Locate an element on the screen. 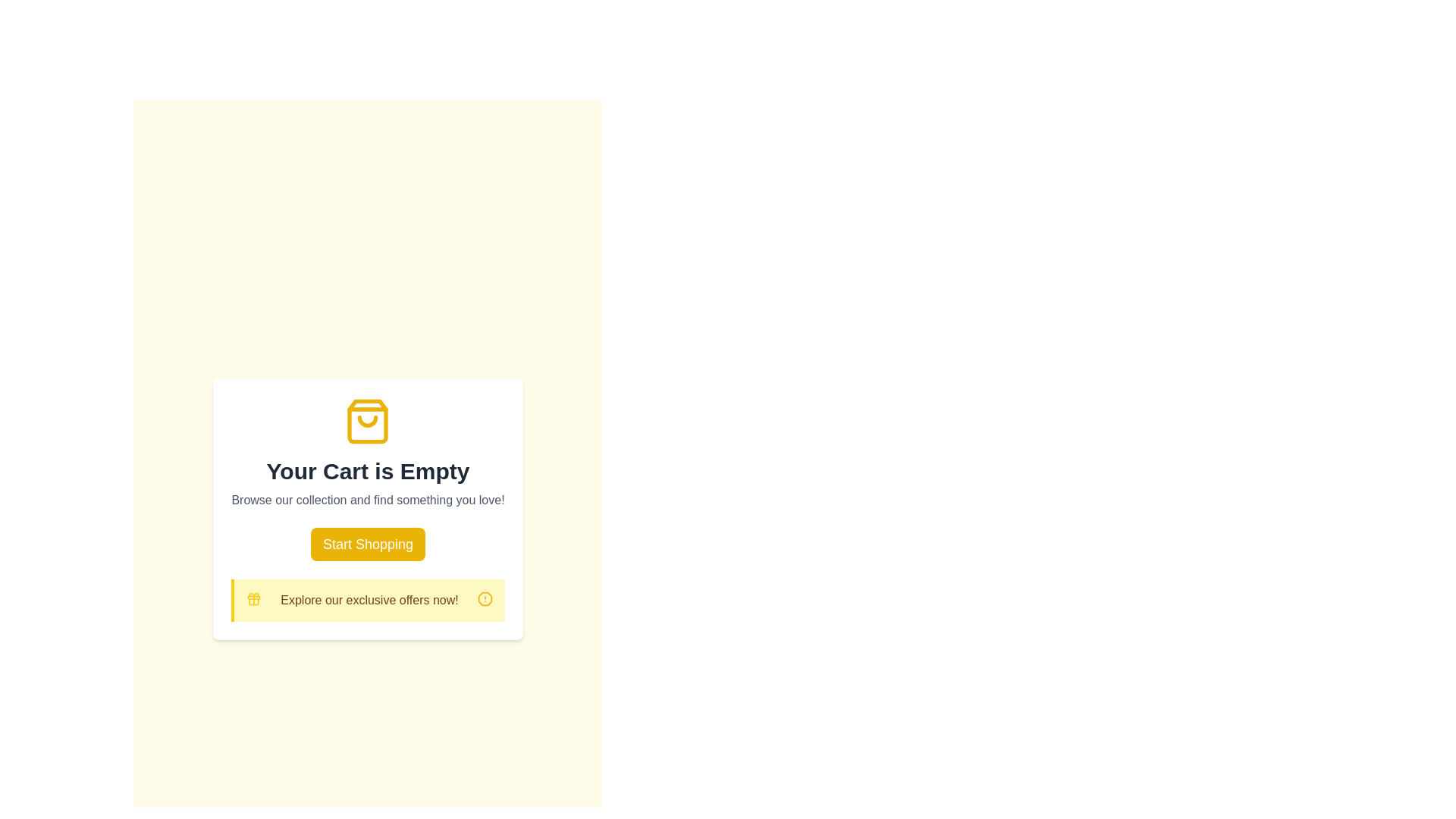 This screenshot has width=1456, height=819. the friendly and motivating text block that encourages users is located at coordinates (368, 500).